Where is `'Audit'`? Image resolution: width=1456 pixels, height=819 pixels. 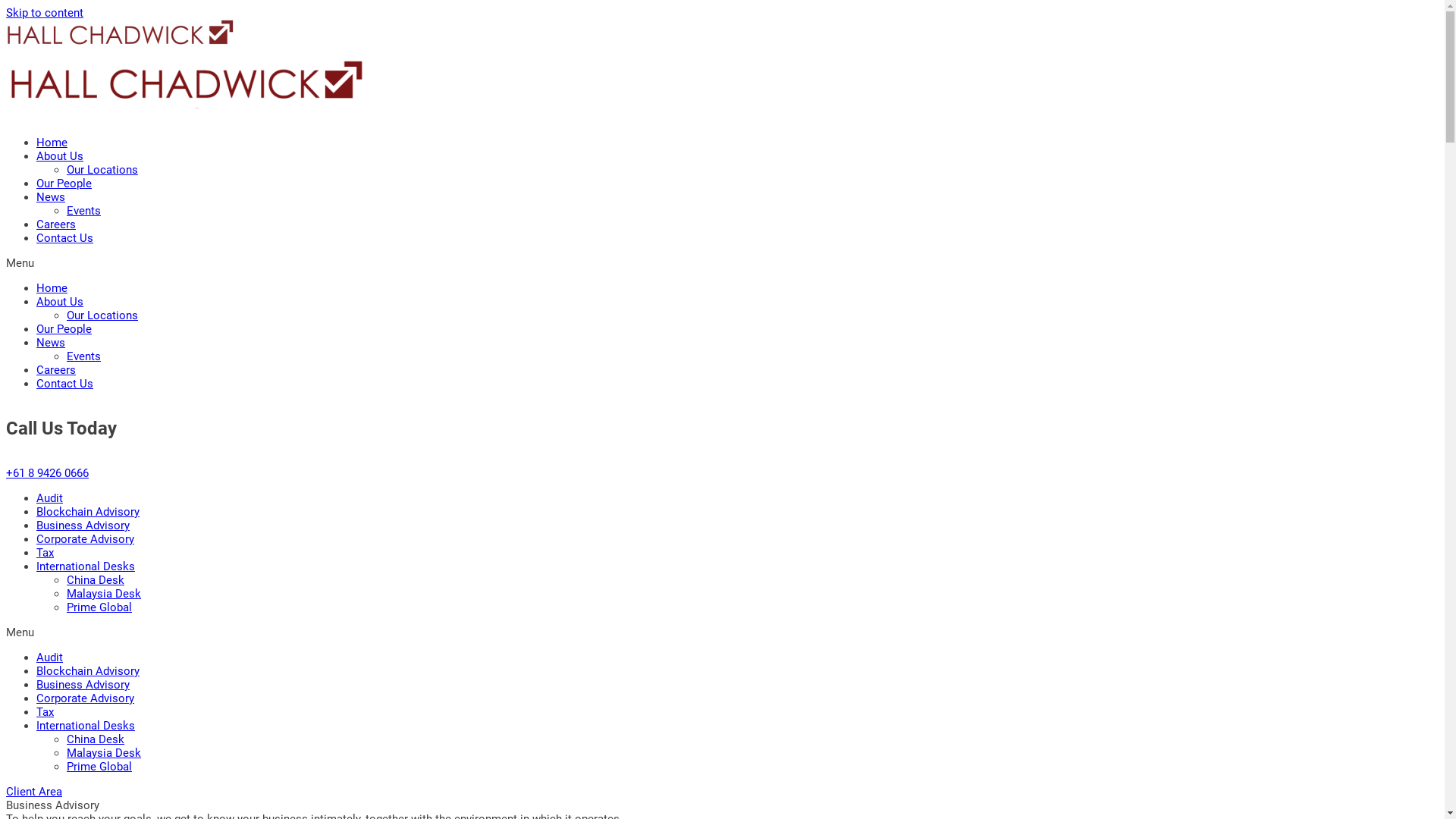 'Audit' is located at coordinates (49, 497).